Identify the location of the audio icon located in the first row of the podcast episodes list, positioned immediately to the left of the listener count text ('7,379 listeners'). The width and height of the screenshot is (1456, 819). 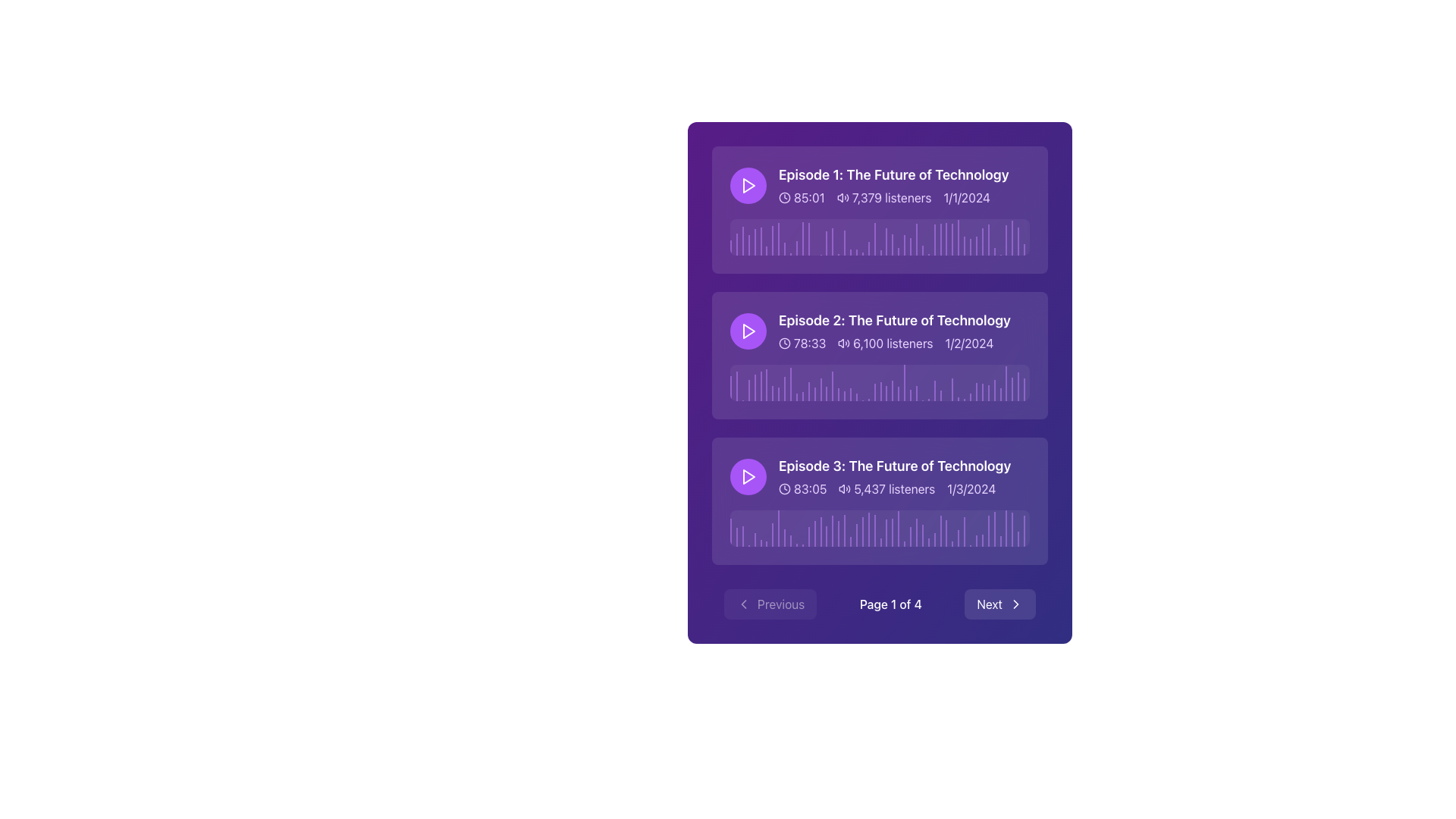
(842, 197).